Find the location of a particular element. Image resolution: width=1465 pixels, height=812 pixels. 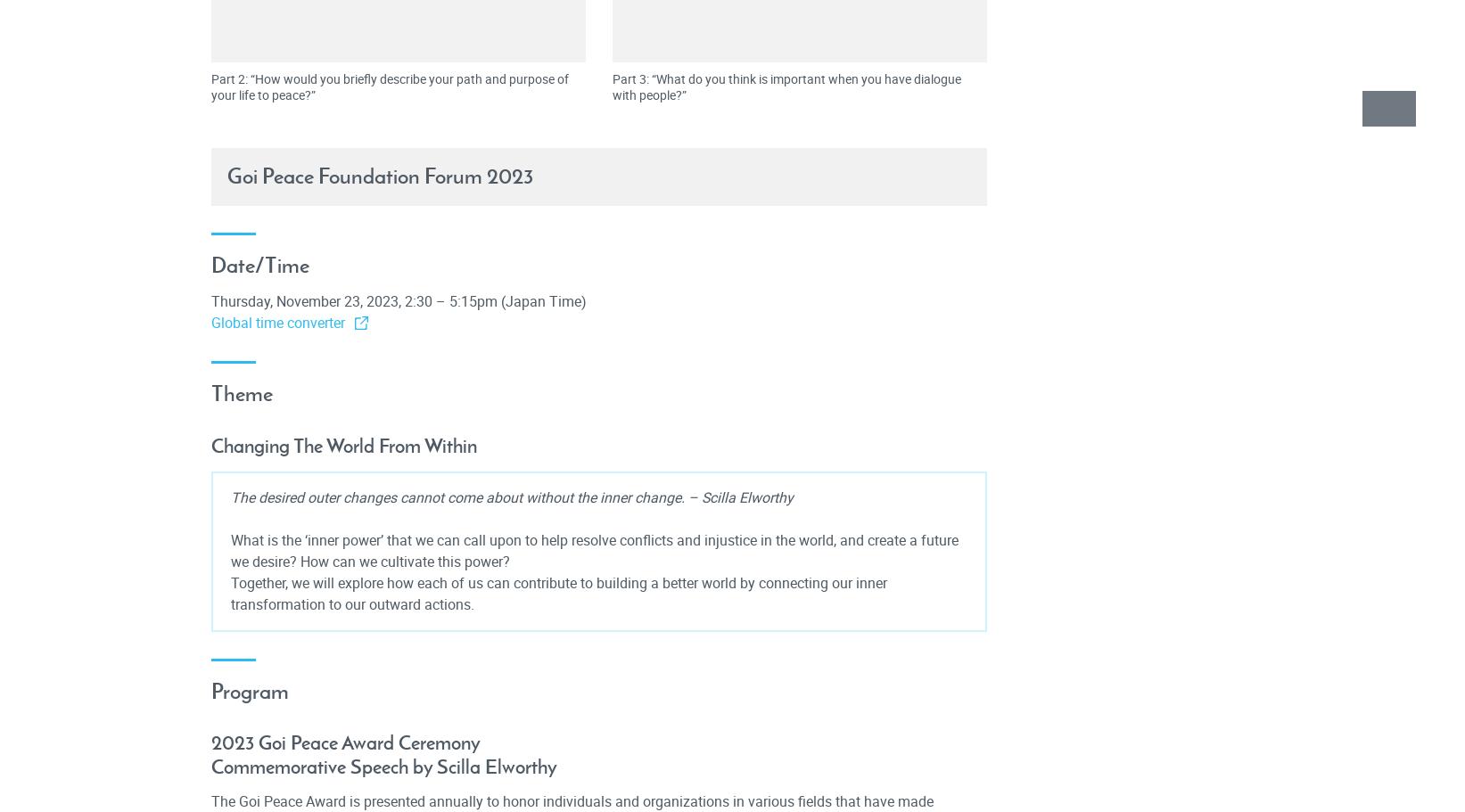

'What is the ‘inner power’ that we can call upon to help resolve conflicts and injustice in the world, and create a future we desire? How can we cultivate this power?' is located at coordinates (593, 549).